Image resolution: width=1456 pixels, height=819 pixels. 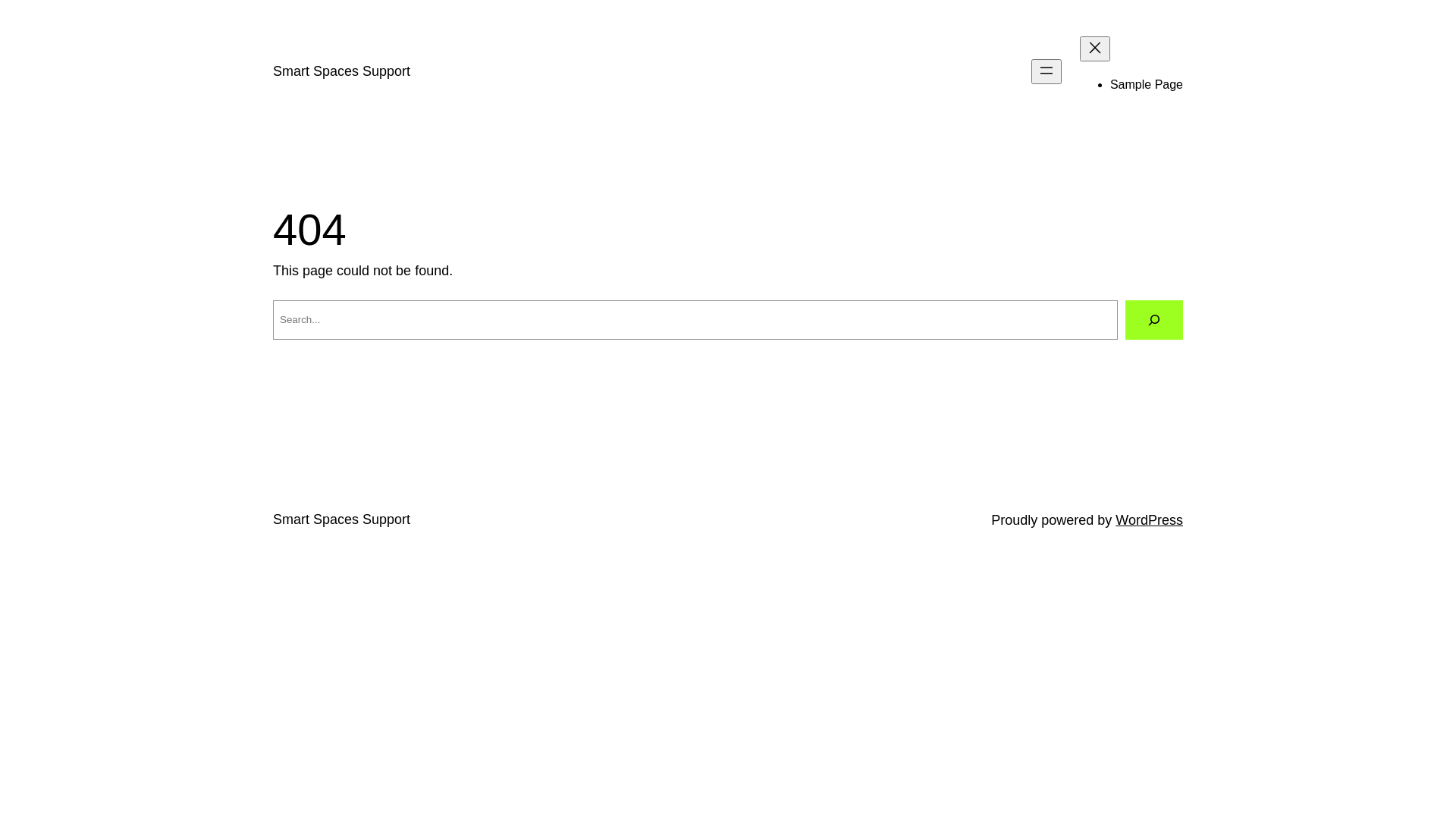 What do you see at coordinates (1149, 519) in the screenshot?
I see `'WordPress'` at bounding box center [1149, 519].